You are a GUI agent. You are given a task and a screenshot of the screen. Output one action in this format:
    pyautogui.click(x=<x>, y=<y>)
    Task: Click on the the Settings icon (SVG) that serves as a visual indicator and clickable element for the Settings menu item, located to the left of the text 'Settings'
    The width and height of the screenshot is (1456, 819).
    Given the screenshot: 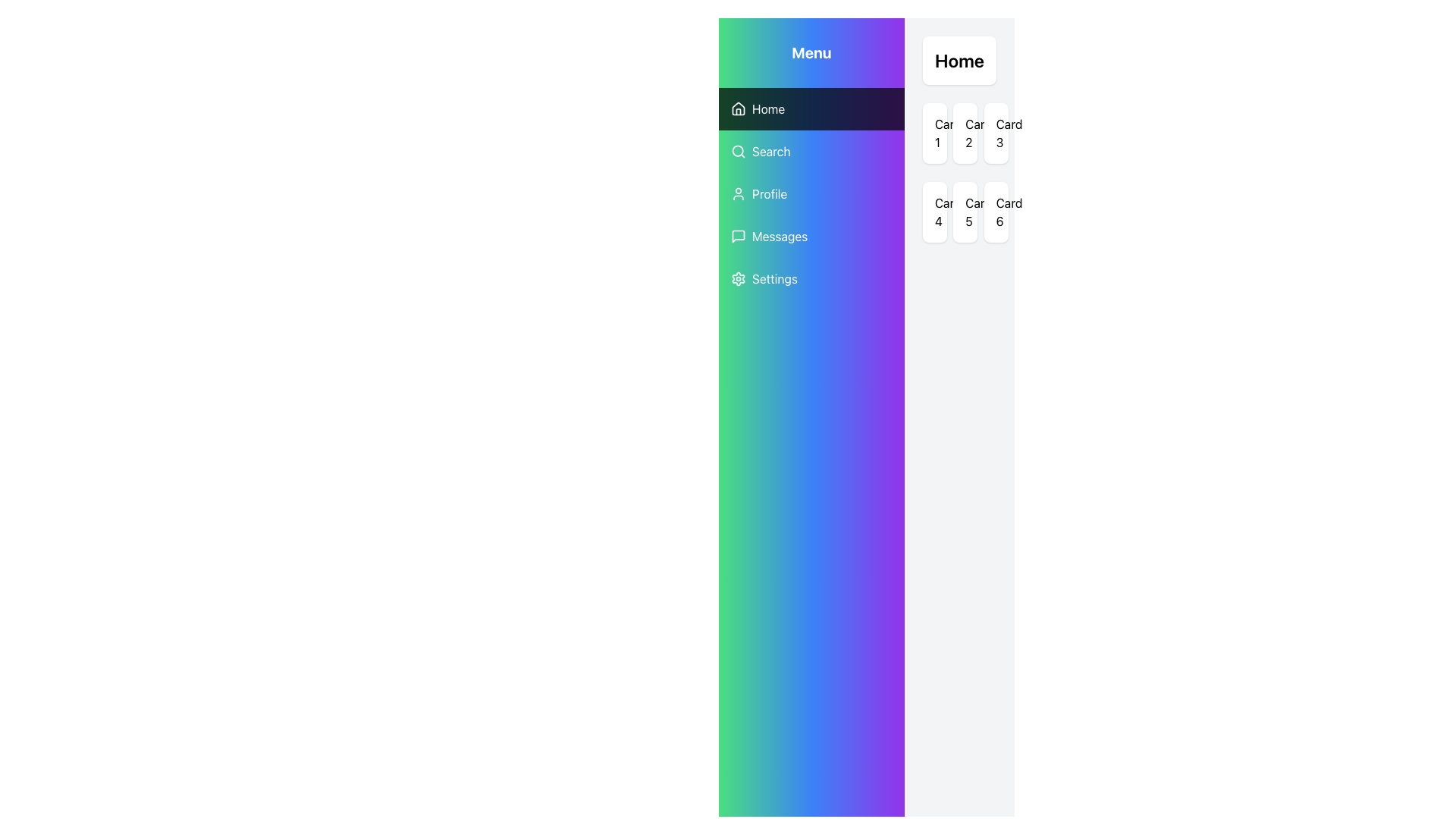 What is the action you would take?
    pyautogui.click(x=739, y=278)
    